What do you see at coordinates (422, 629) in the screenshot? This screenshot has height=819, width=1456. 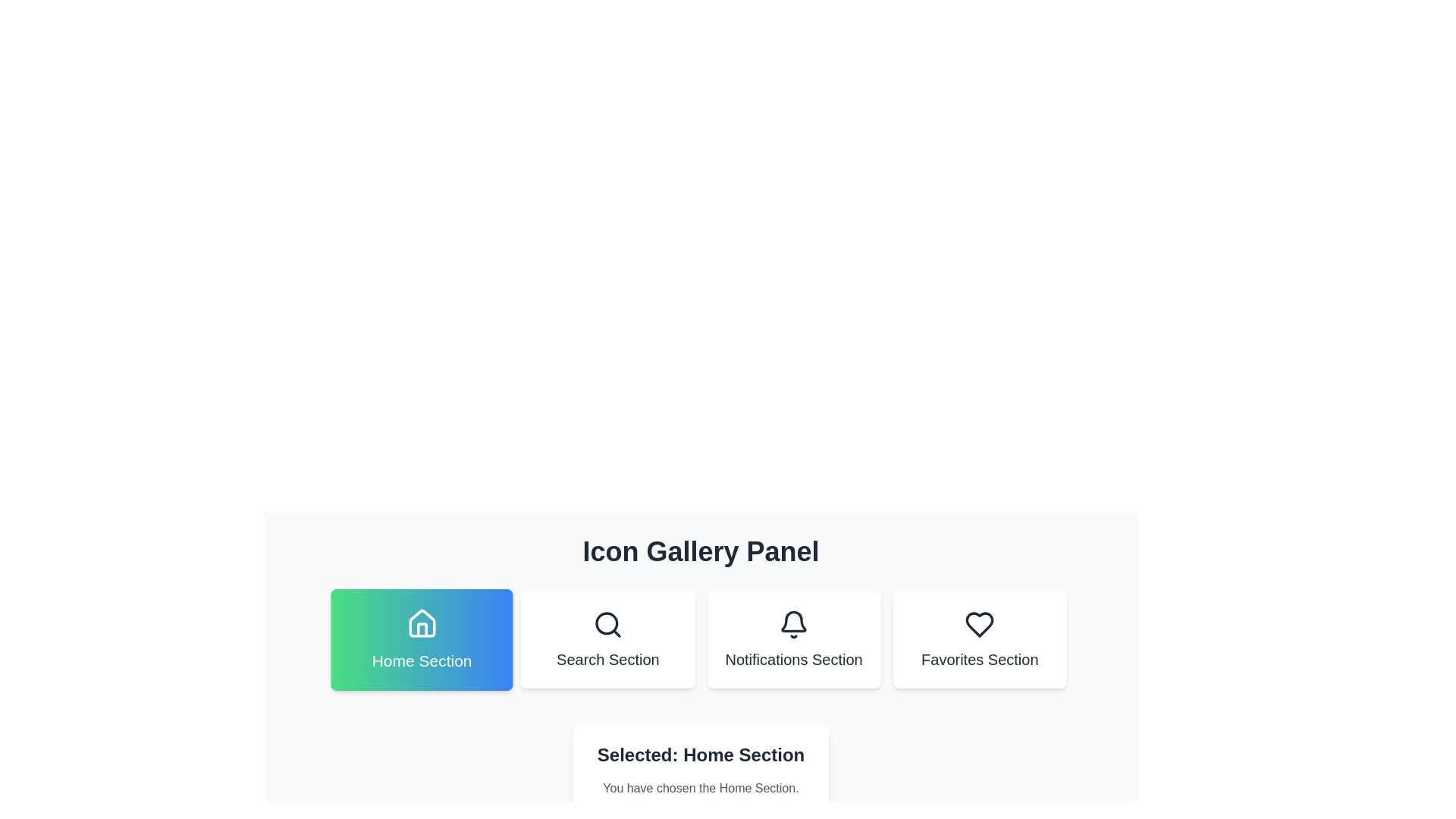 I see `the small vertical rectangle located within the lower part of the house icon in the 'Home Section' button` at bounding box center [422, 629].